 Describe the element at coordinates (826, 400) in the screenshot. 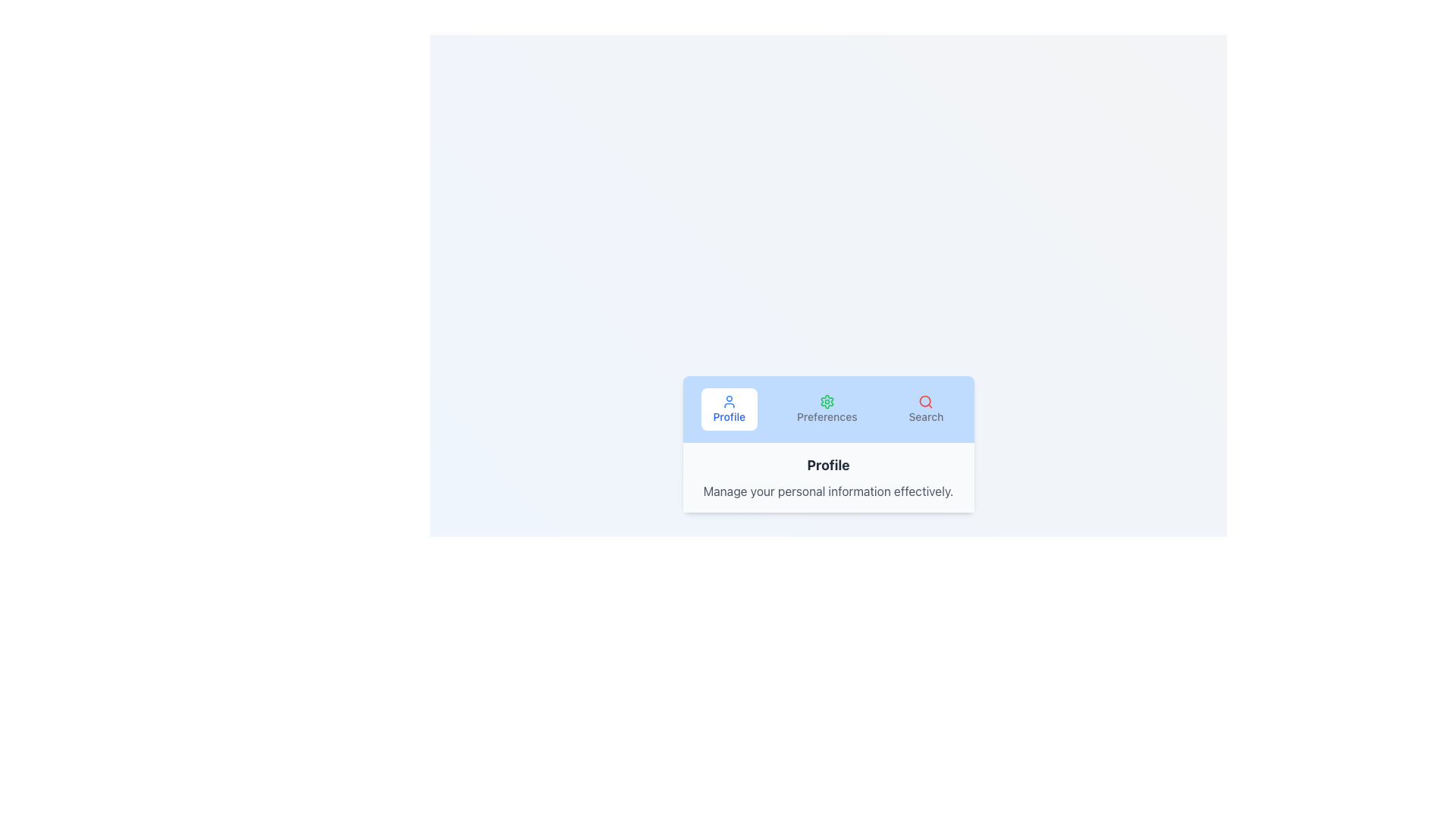

I see `the green gear-shaped icon labeled 'Preferences'` at that location.